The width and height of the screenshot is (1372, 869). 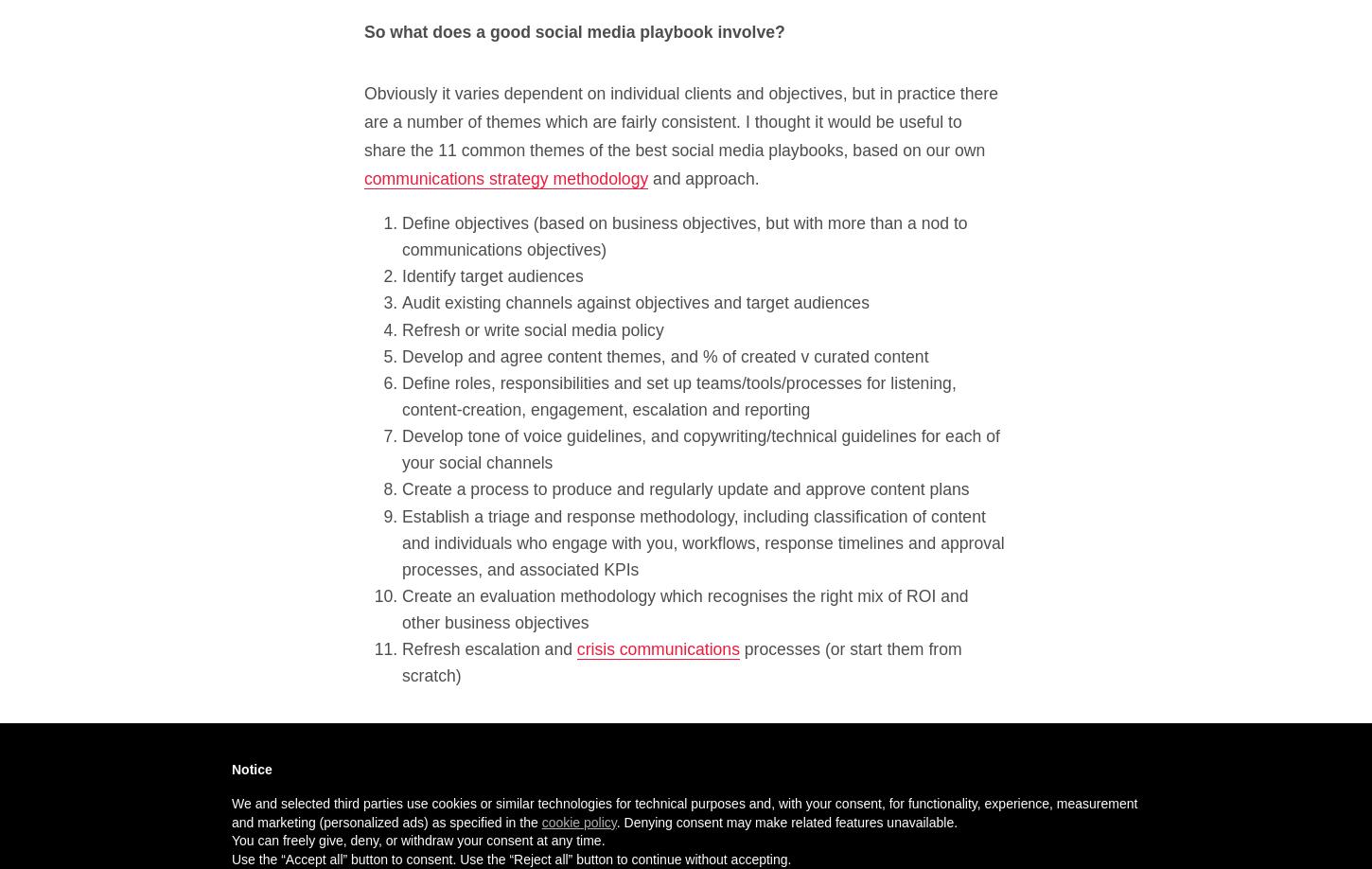 I want to click on 'and approach.', so click(x=703, y=178).